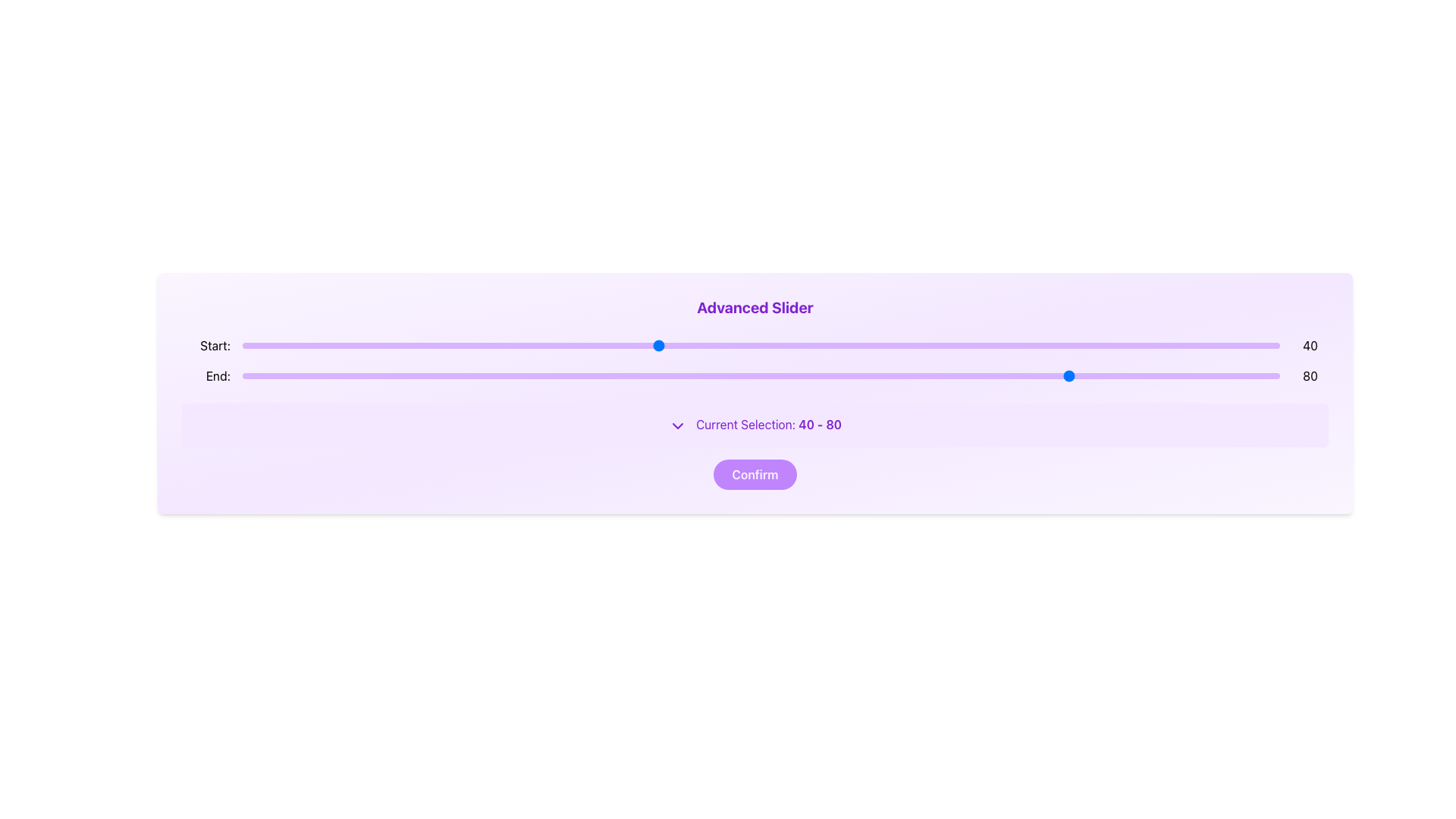  I want to click on the start slider, so click(480, 345).